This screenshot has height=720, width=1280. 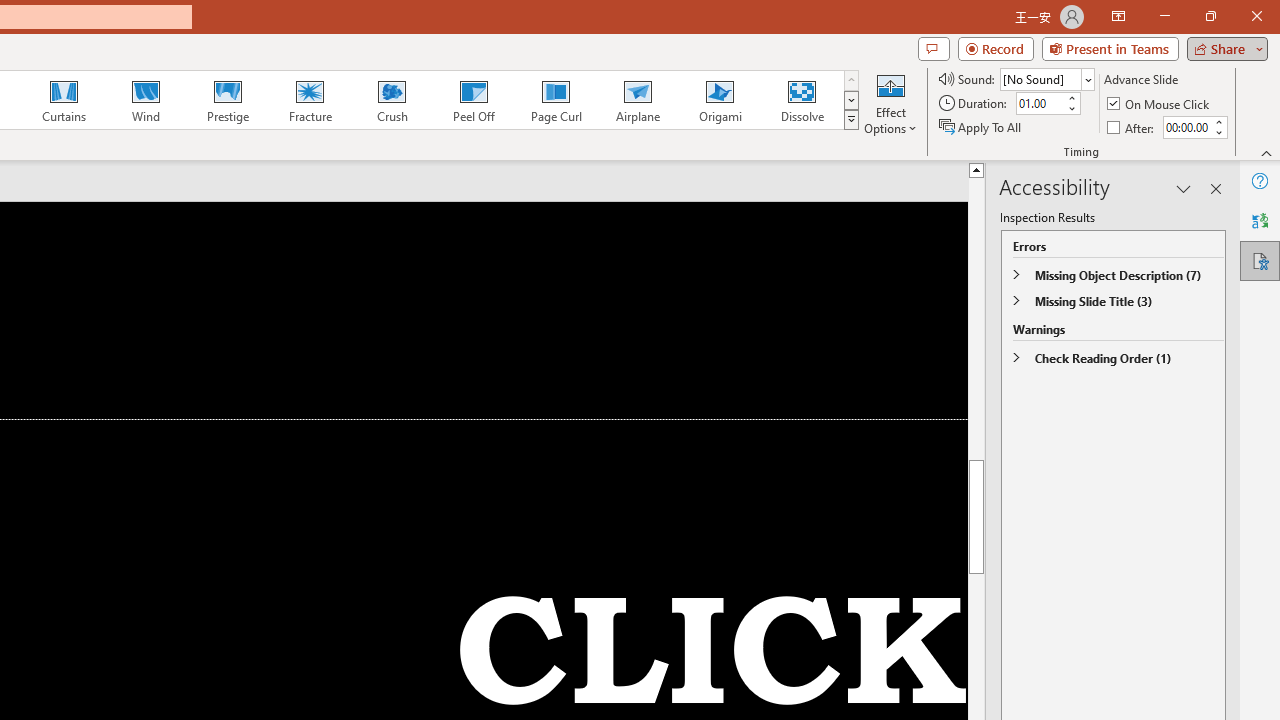 What do you see at coordinates (1217, 132) in the screenshot?
I see `'Less'` at bounding box center [1217, 132].